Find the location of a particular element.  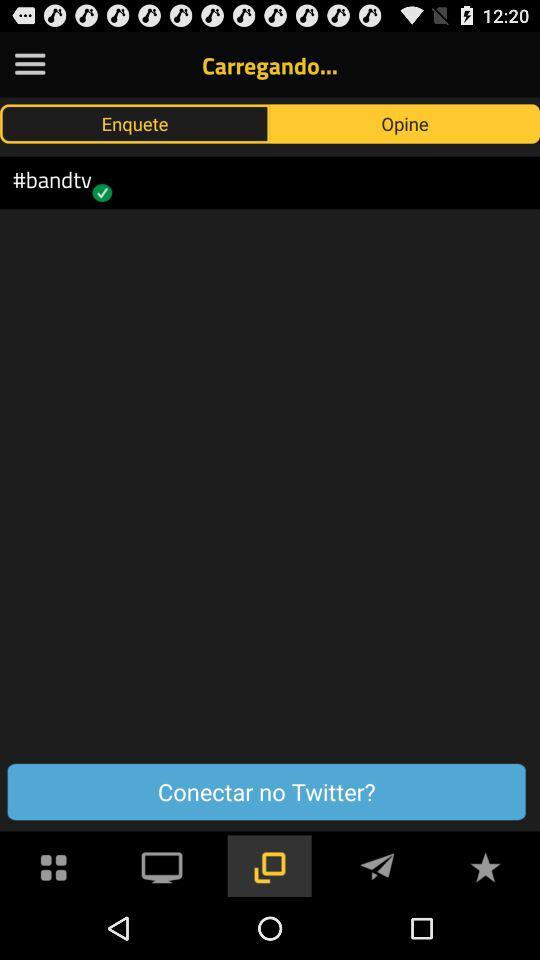

the menu icon is located at coordinates (29, 68).